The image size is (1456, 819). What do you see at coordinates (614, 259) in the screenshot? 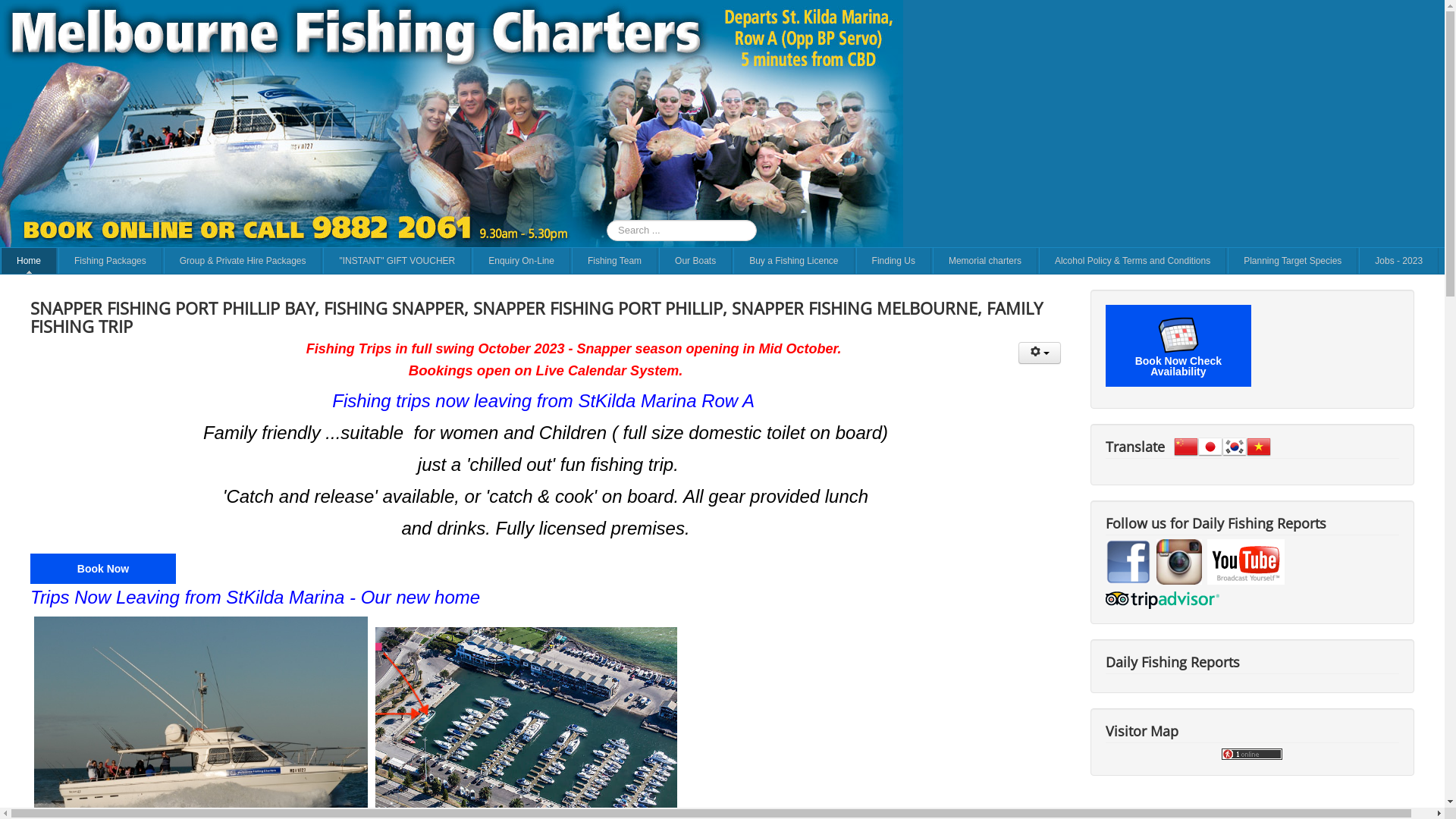
I see `'Fishing Team'` at bounding box center [614, 259].